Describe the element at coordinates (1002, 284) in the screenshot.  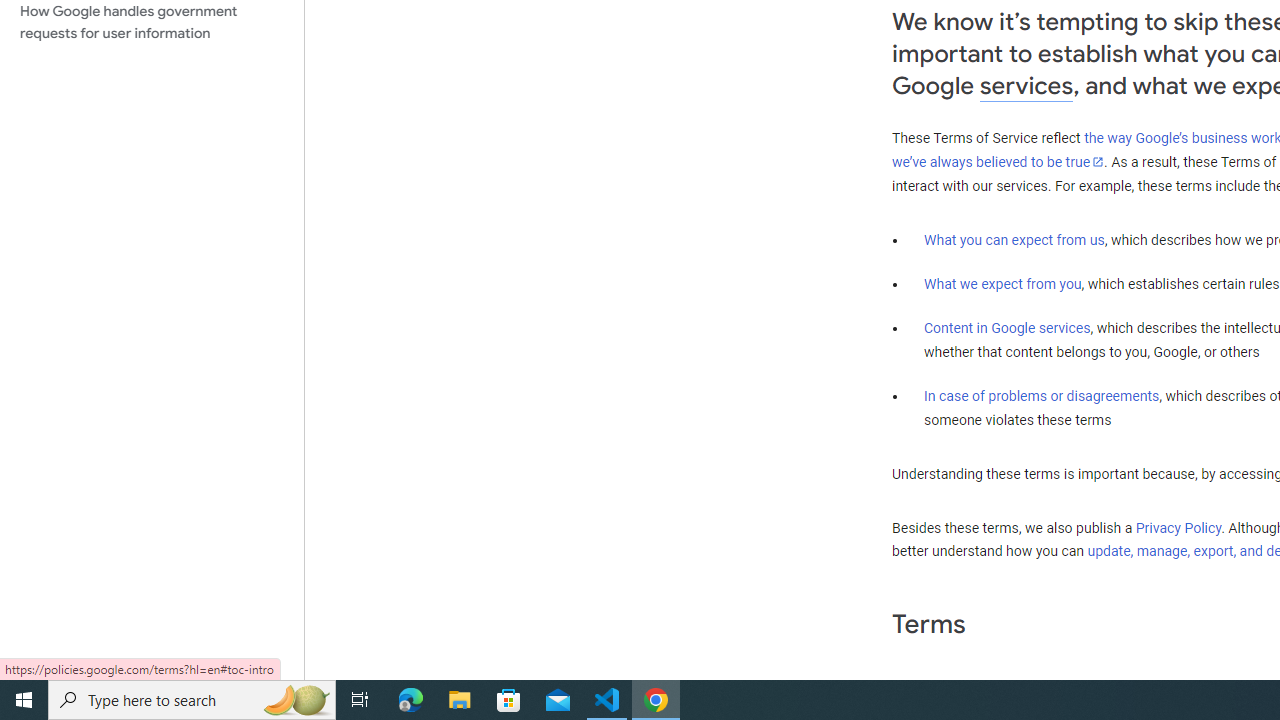
I see `'What we expect from you'` at that location.